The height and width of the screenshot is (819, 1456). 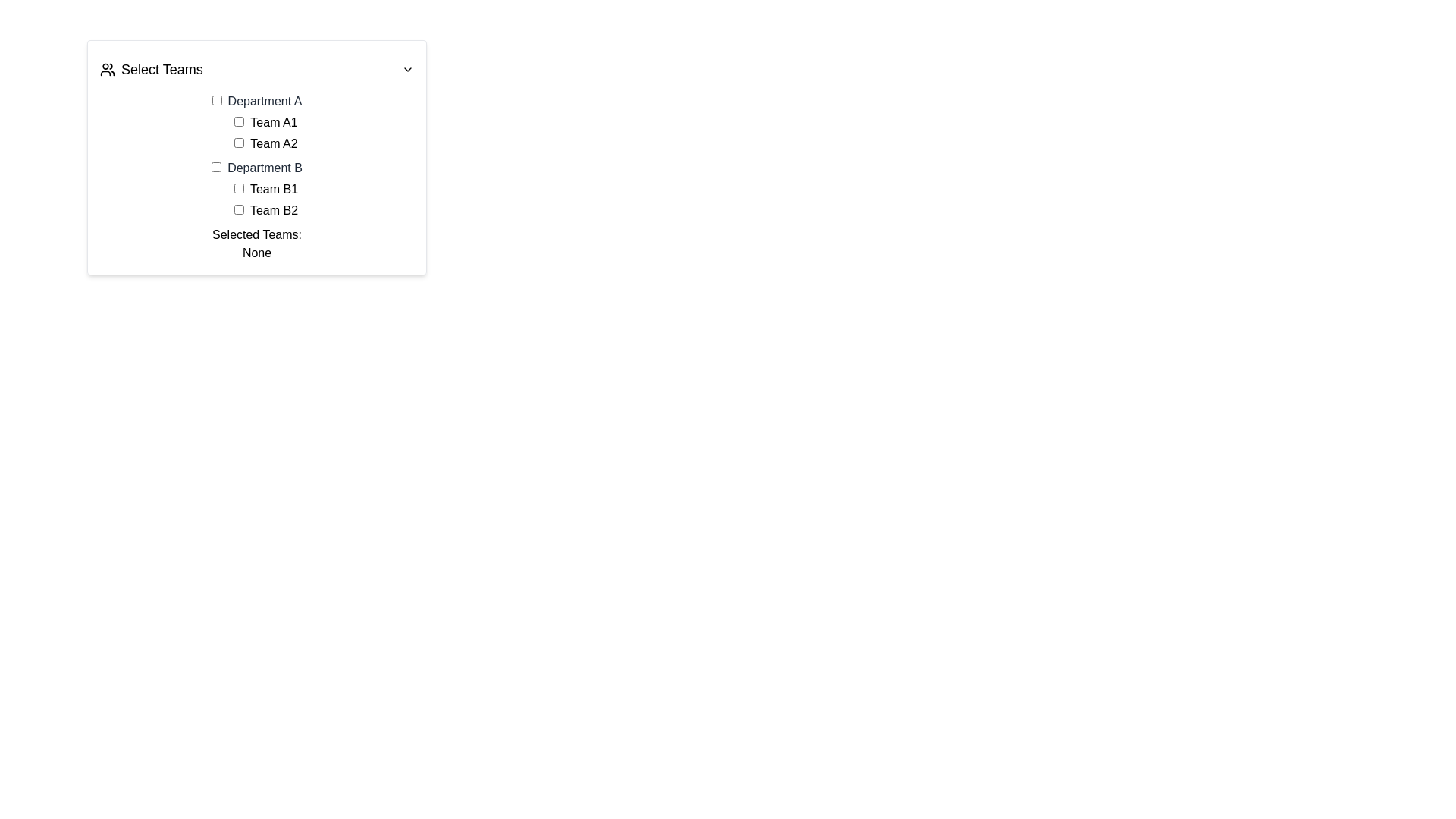 What do you see at coordinates (257, 243) in the screenshot?
I see `displayed content of the Text display component that shows the currently selected teams or 'None' if no teams are selected` at bounding box center [257, 243].